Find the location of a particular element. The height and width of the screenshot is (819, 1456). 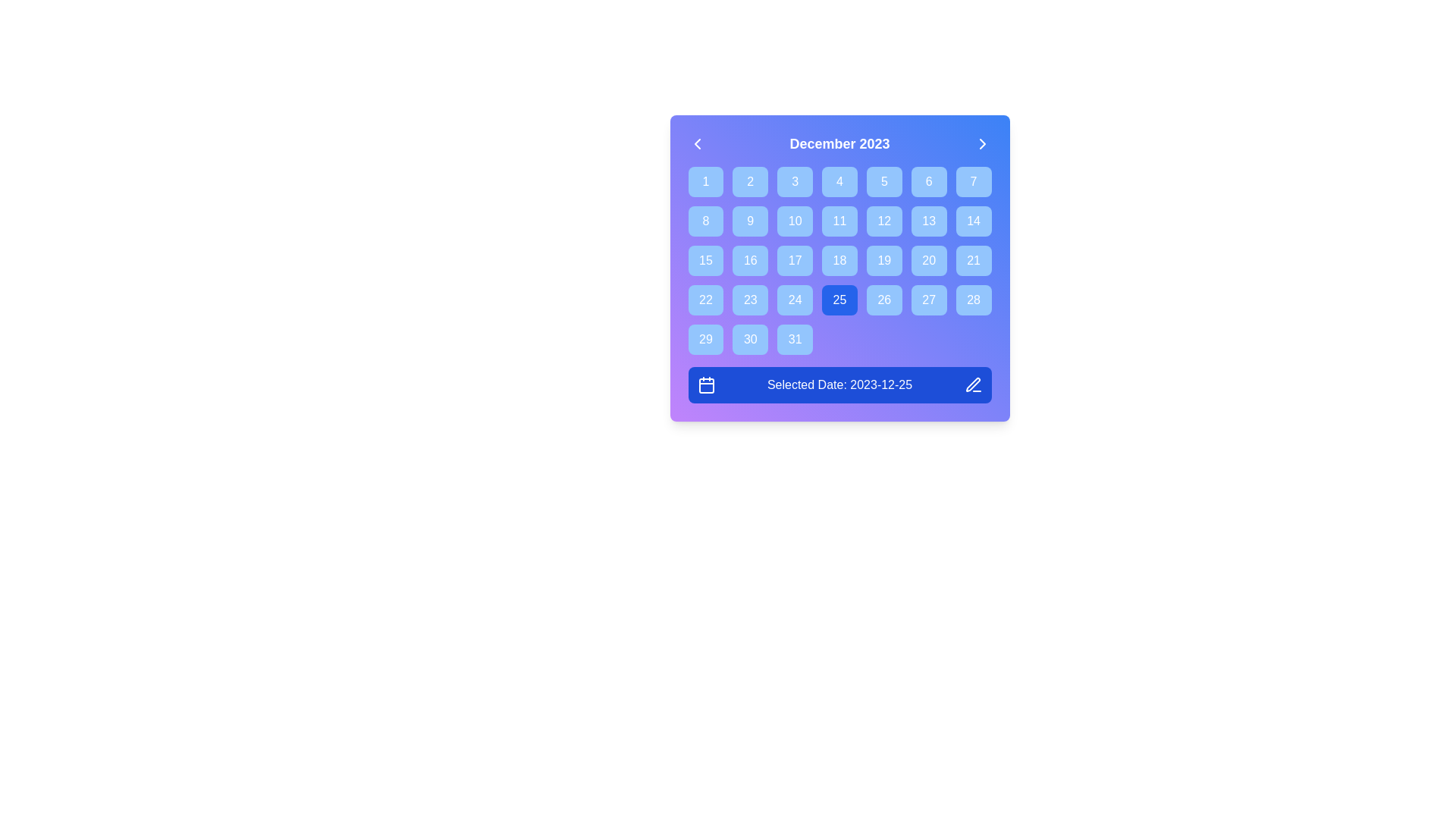

the calendar icon on the blue button in the date selection interface, which is the first graphical object in the bottom row is located at coordinates (705, 384).